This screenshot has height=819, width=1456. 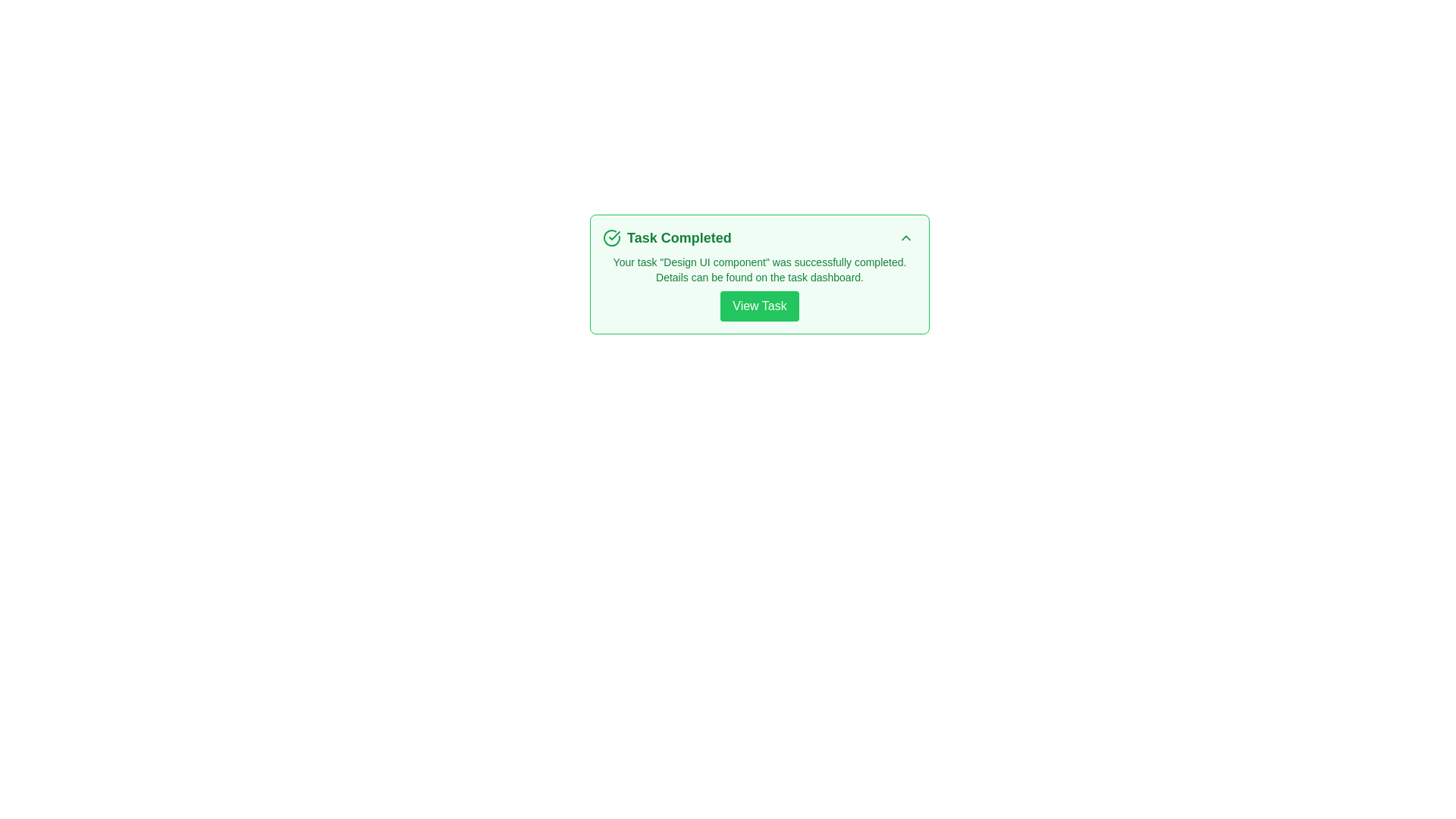 I want to click on the static text notification about task completion, located below the 'Task Completed' header in the bordered green notification card, so click(x=760, y=288).